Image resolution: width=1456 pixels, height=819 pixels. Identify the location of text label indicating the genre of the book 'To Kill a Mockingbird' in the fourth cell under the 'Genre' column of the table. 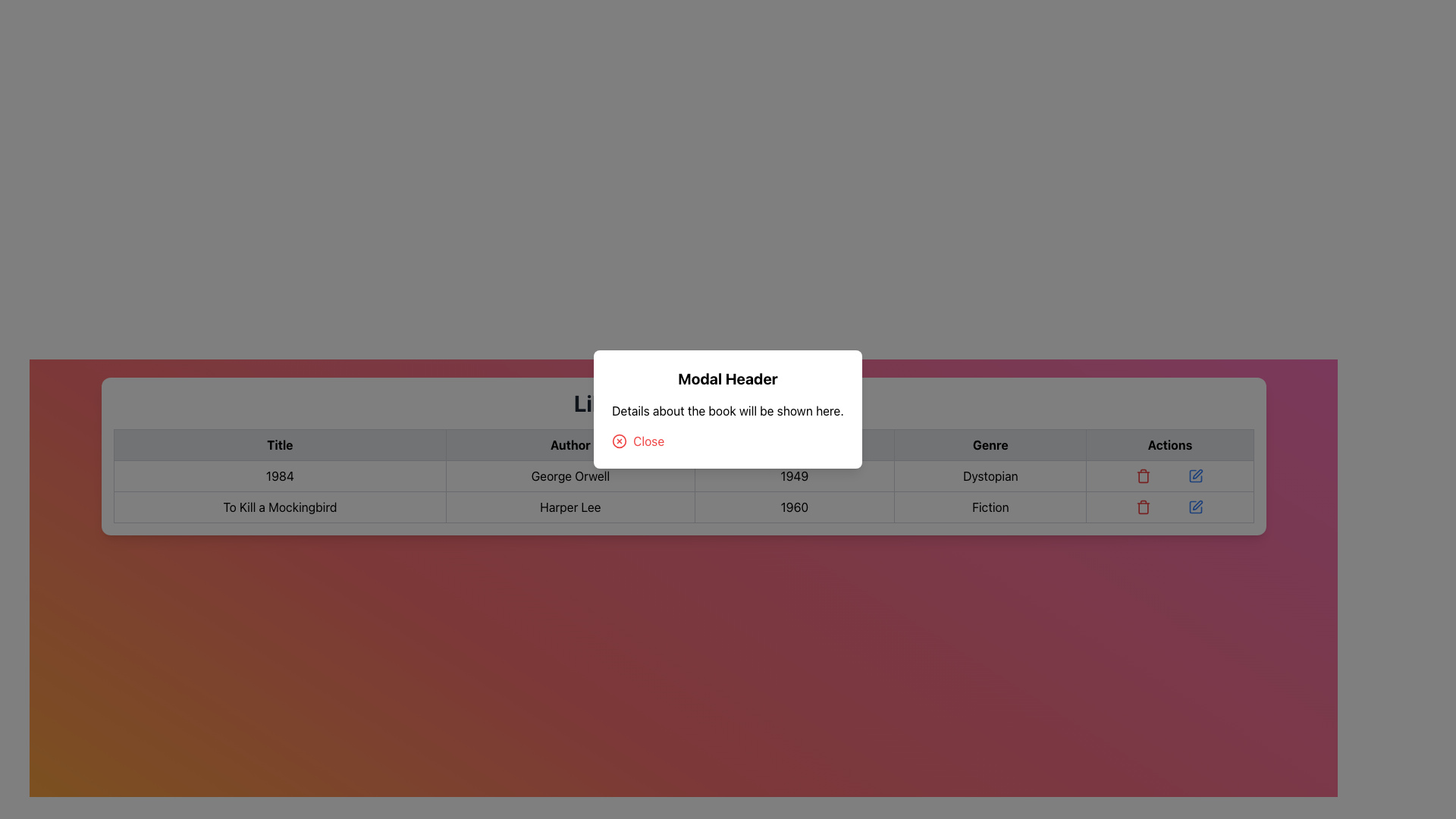
(990, 507).